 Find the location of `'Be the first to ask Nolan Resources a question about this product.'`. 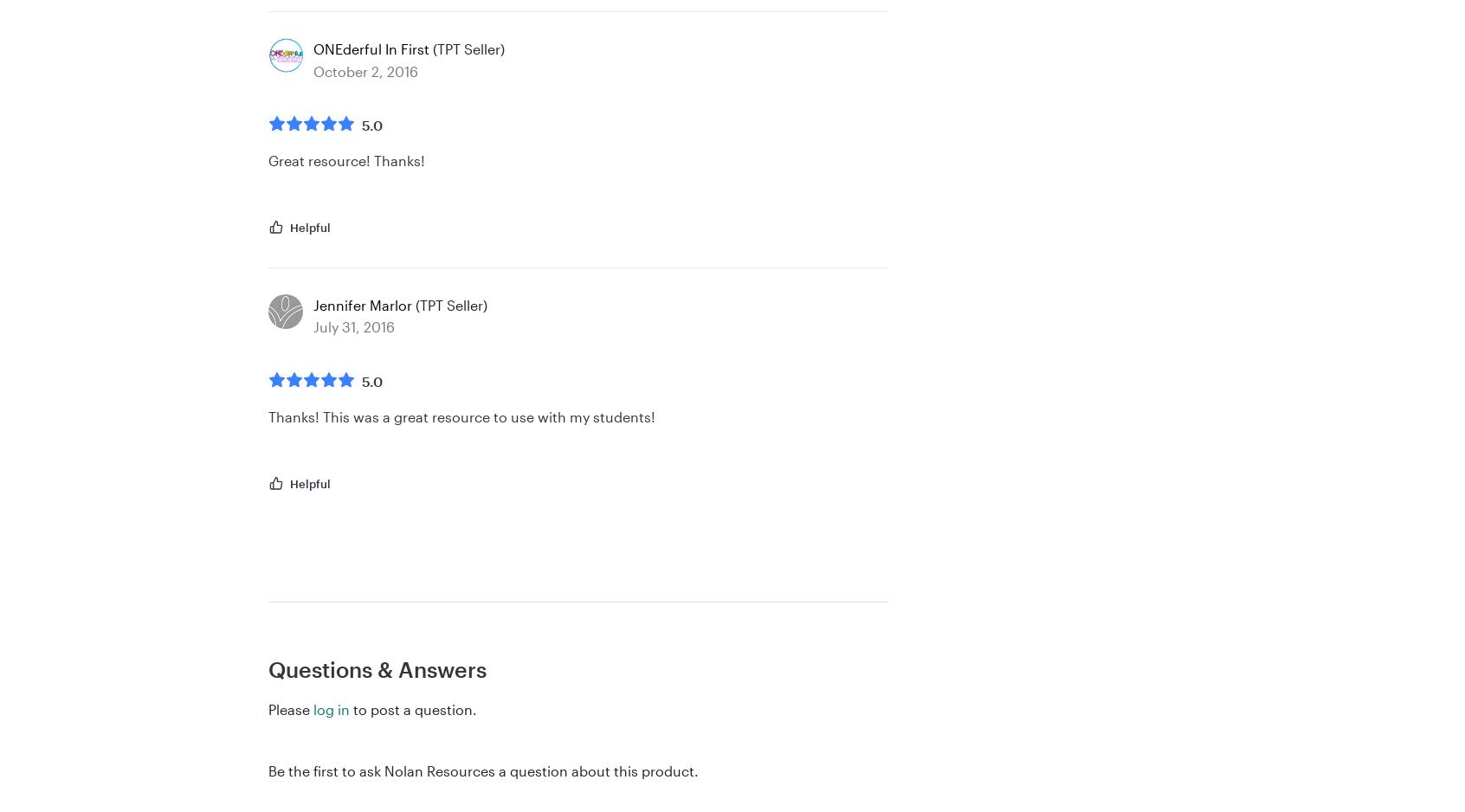

'Be the first to ask Nolan Resources a question about this product.' is located at coordinates (267, 770).